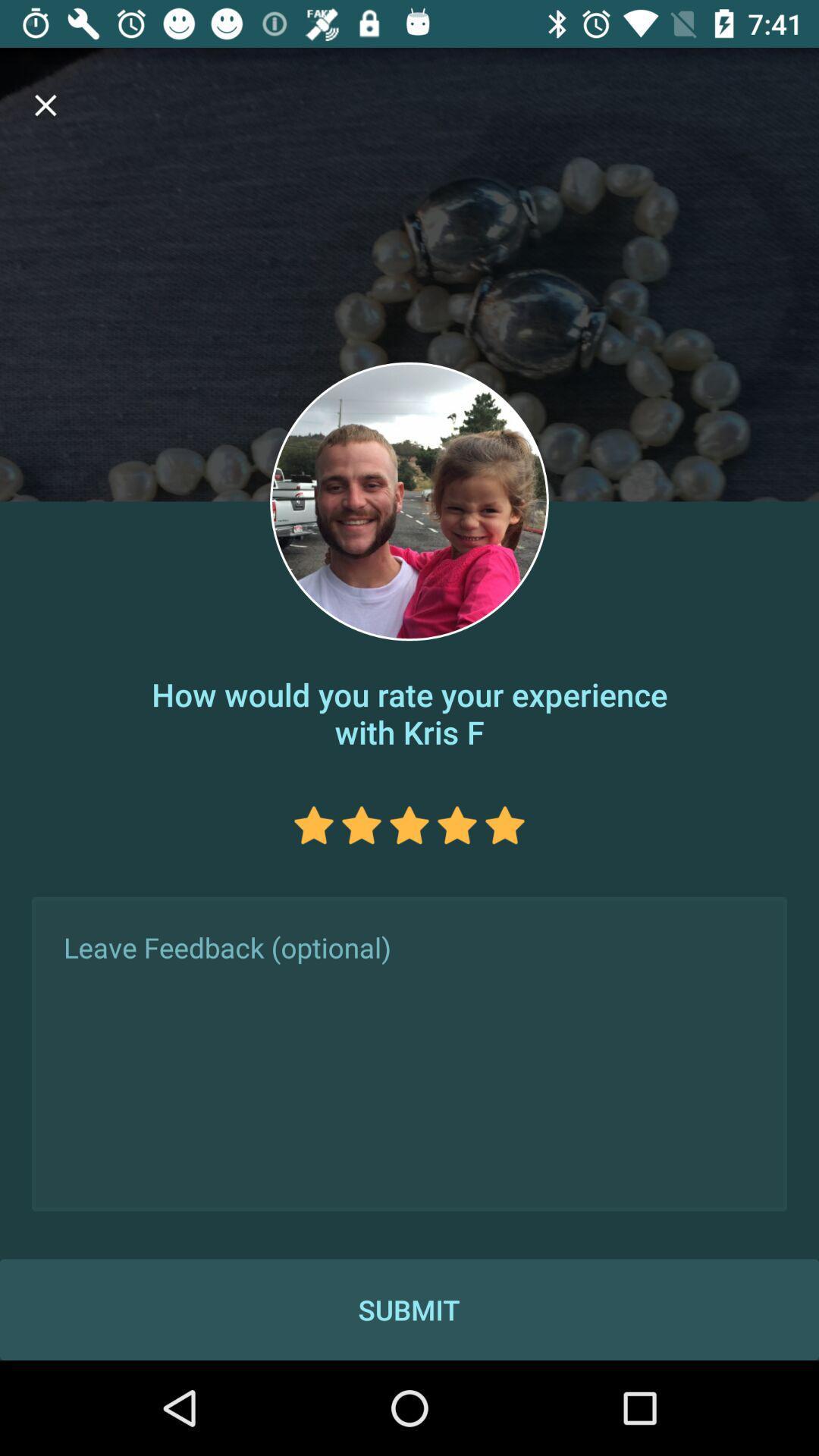 This screenshot has height=1456, width=819. What do you see at coordinates (456, 824) in the screenshot?
I see `4th star in star feedback` at bounding box center [456, 824].